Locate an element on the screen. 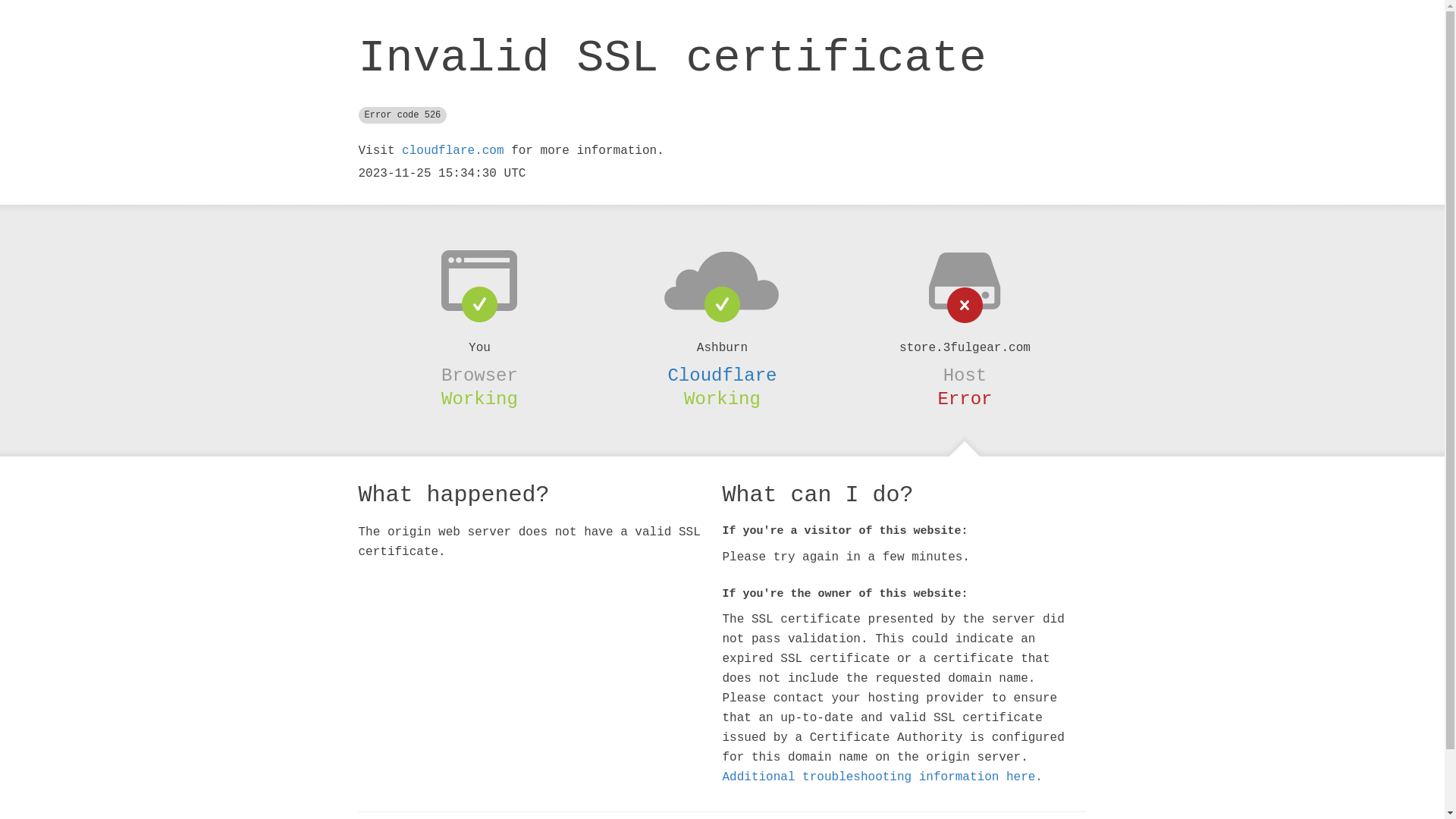 The width and height of the screenshot is (1456, 819). 'Additional troubleshooting information here.' is located at coordinates (881, 777).